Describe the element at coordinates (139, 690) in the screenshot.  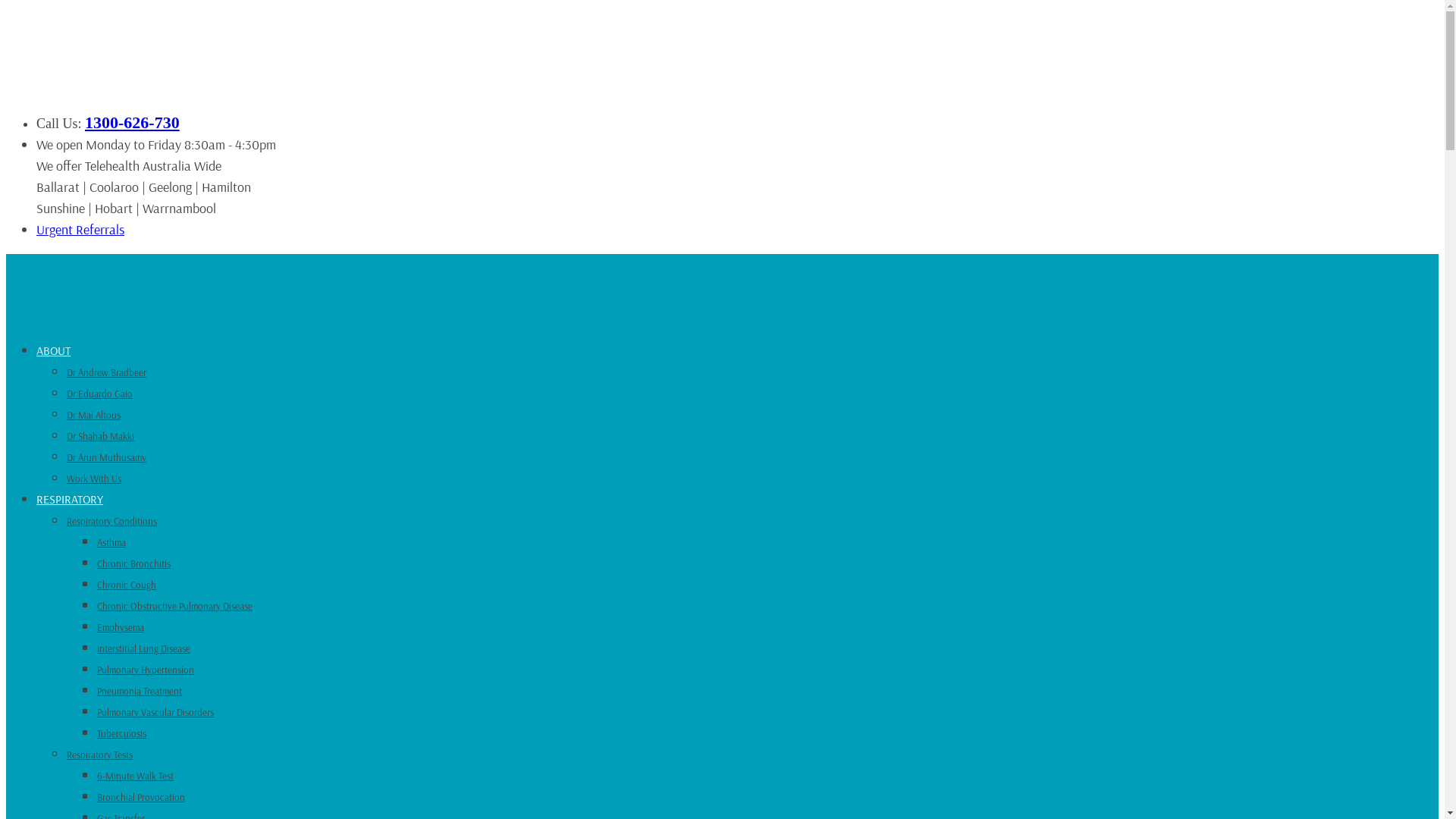
I see `'Pneumonia Treatment'` at that location.